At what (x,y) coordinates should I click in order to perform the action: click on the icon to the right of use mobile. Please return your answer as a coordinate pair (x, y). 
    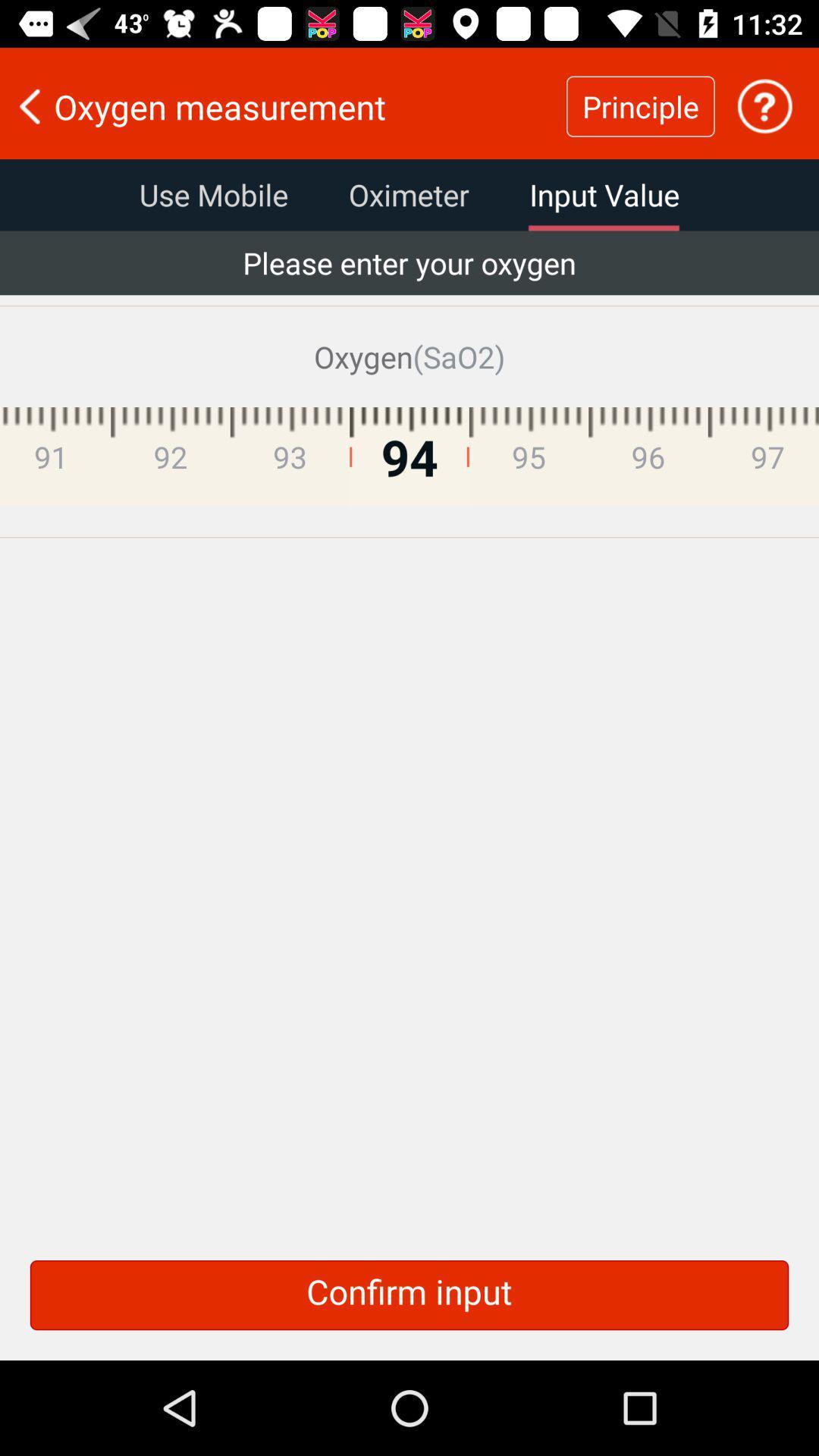
    Looking at the image, I should click on (408, 194).